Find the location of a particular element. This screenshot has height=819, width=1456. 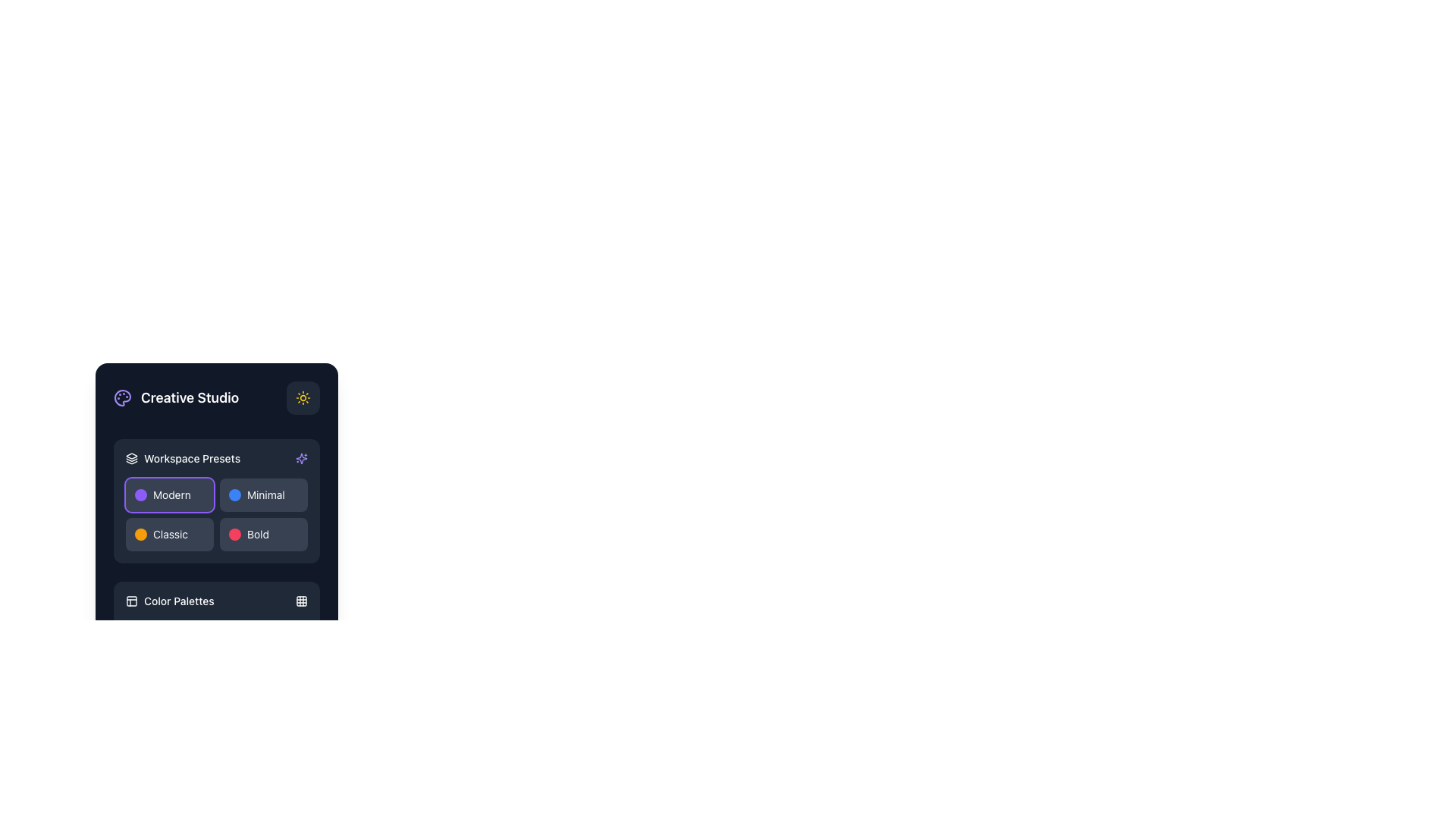

the theme toggle button located at the top-right of the 'Creative Studio' area to switch between light and dark modes is located at coordinates (303, 397).